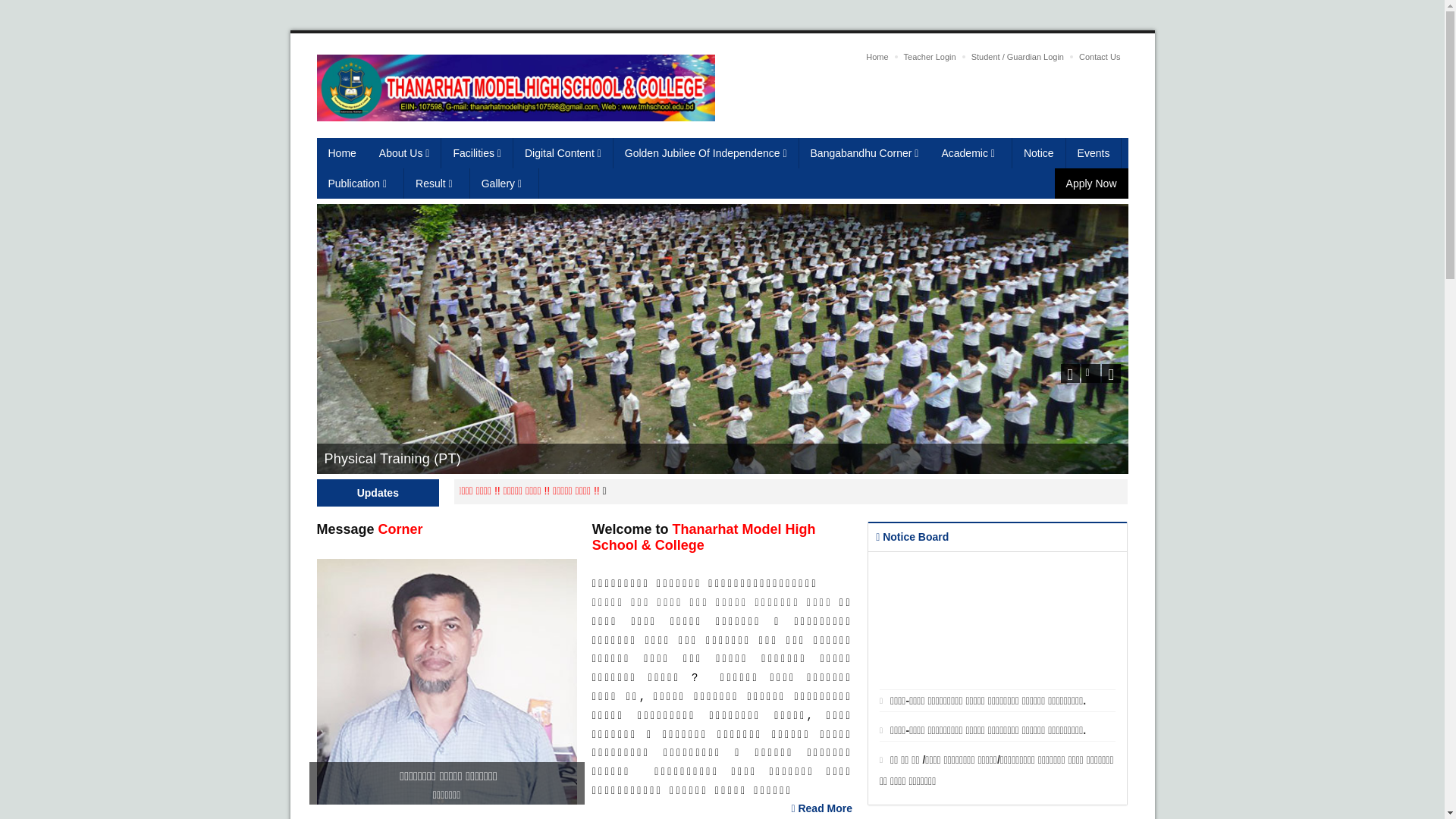  What do you see at coordinates (563, 152) in the screenshot?
I see `'Digital Content'` at bounding box center [563, 152].